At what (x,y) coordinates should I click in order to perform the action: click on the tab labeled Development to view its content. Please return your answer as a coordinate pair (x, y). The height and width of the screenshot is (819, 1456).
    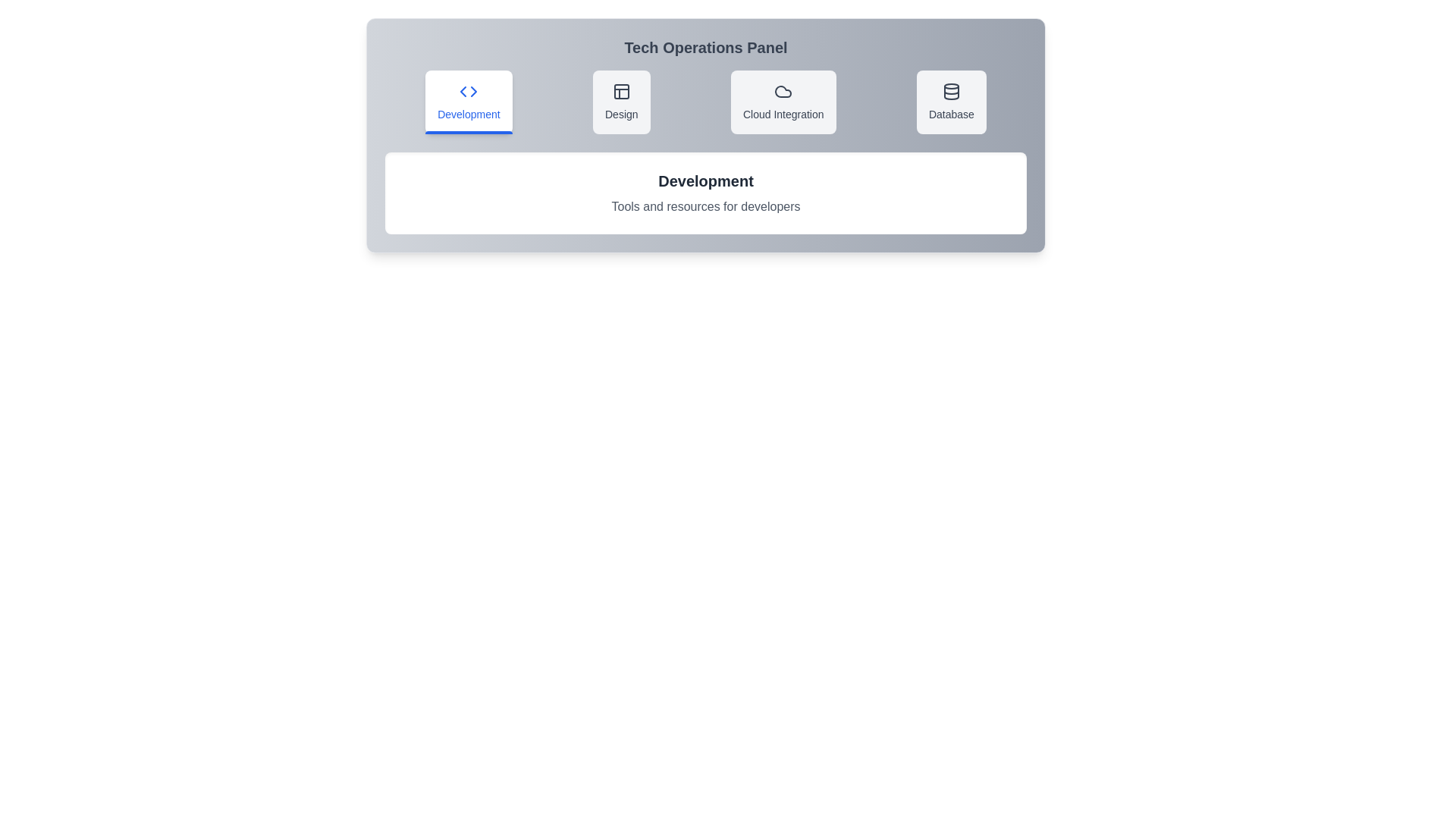
    Looking at the image, I should click on (468, 102).